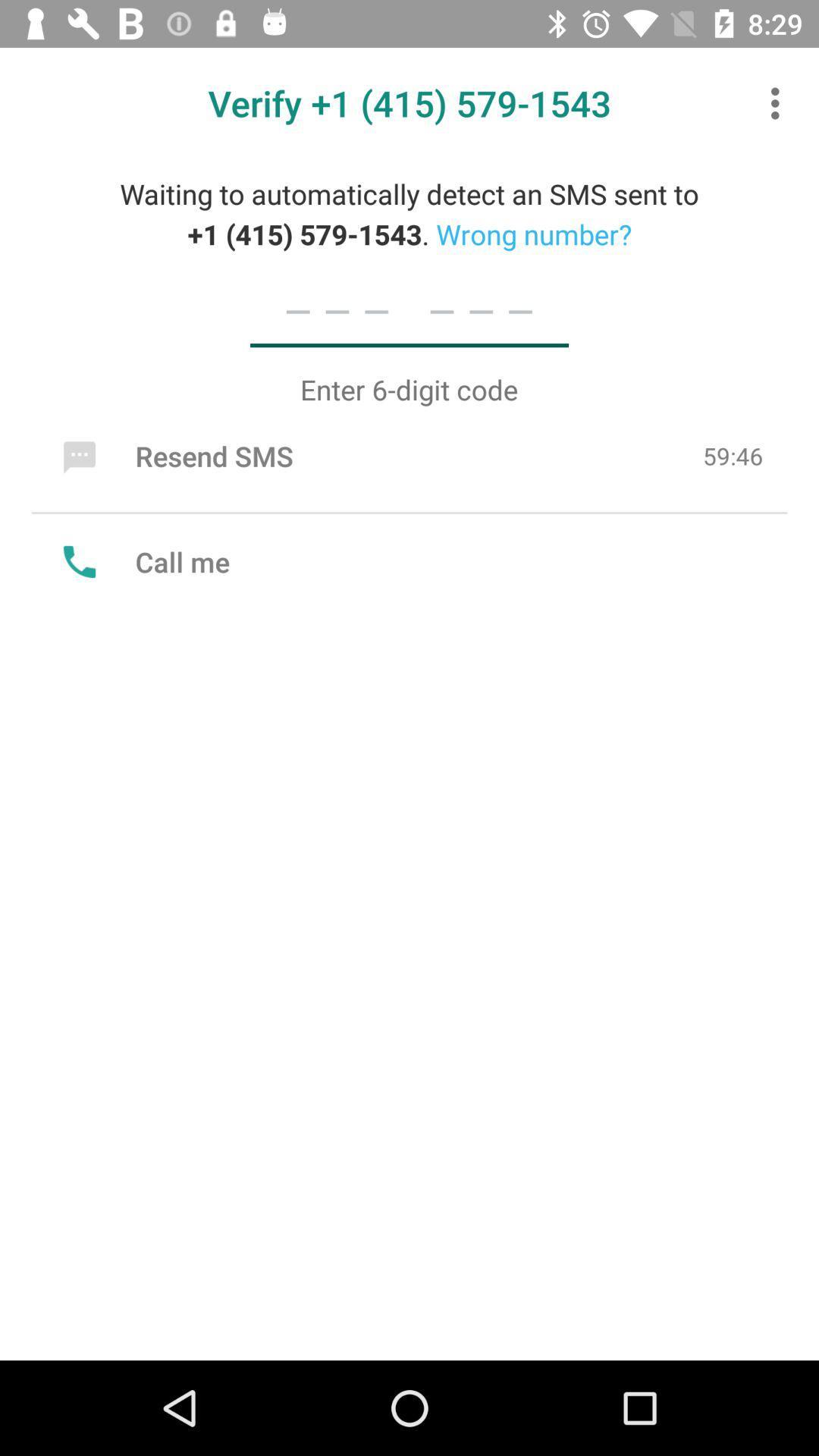 This screenshot has height=1456, width=819. I want to click on the icon to the right of the verify 1 415 icon, so click(779, 102).